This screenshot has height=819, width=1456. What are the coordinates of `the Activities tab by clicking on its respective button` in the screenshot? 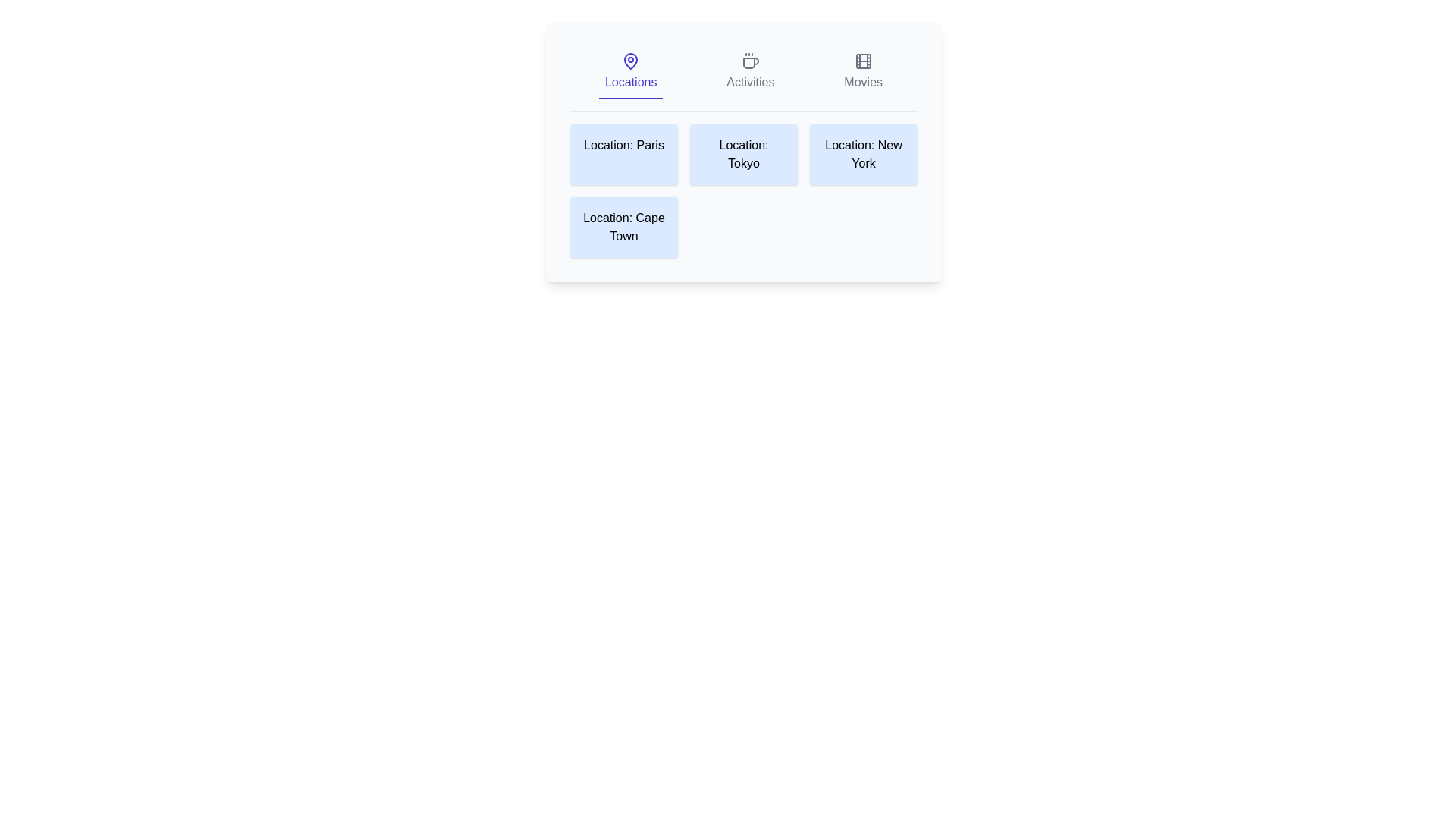 It's located at (750, 73).